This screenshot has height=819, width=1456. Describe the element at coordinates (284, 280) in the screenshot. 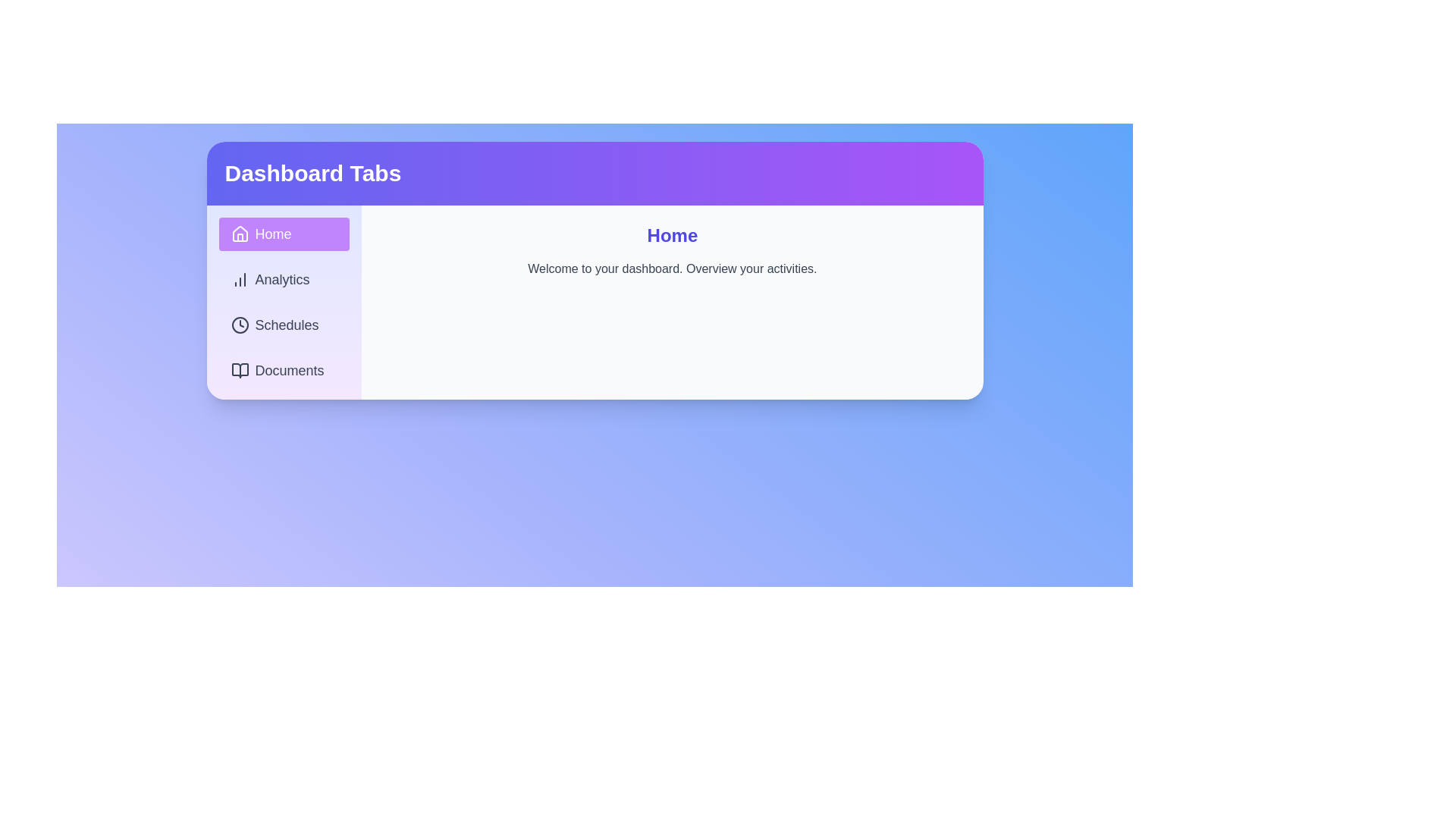

I see `the Analytics tab by clicking on it` at that location.